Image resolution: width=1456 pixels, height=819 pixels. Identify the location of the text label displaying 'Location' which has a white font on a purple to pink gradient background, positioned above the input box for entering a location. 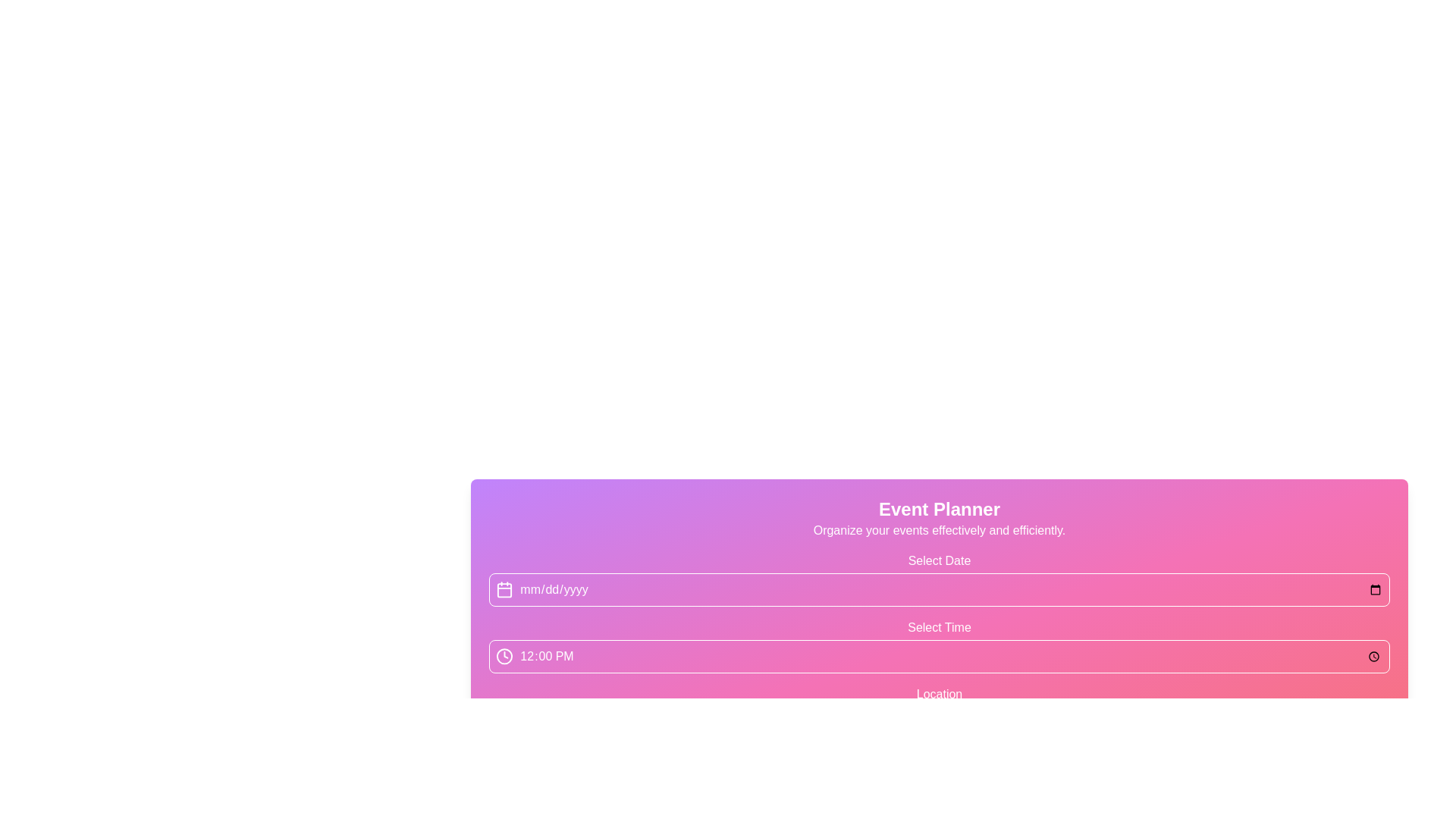
(938, 694).